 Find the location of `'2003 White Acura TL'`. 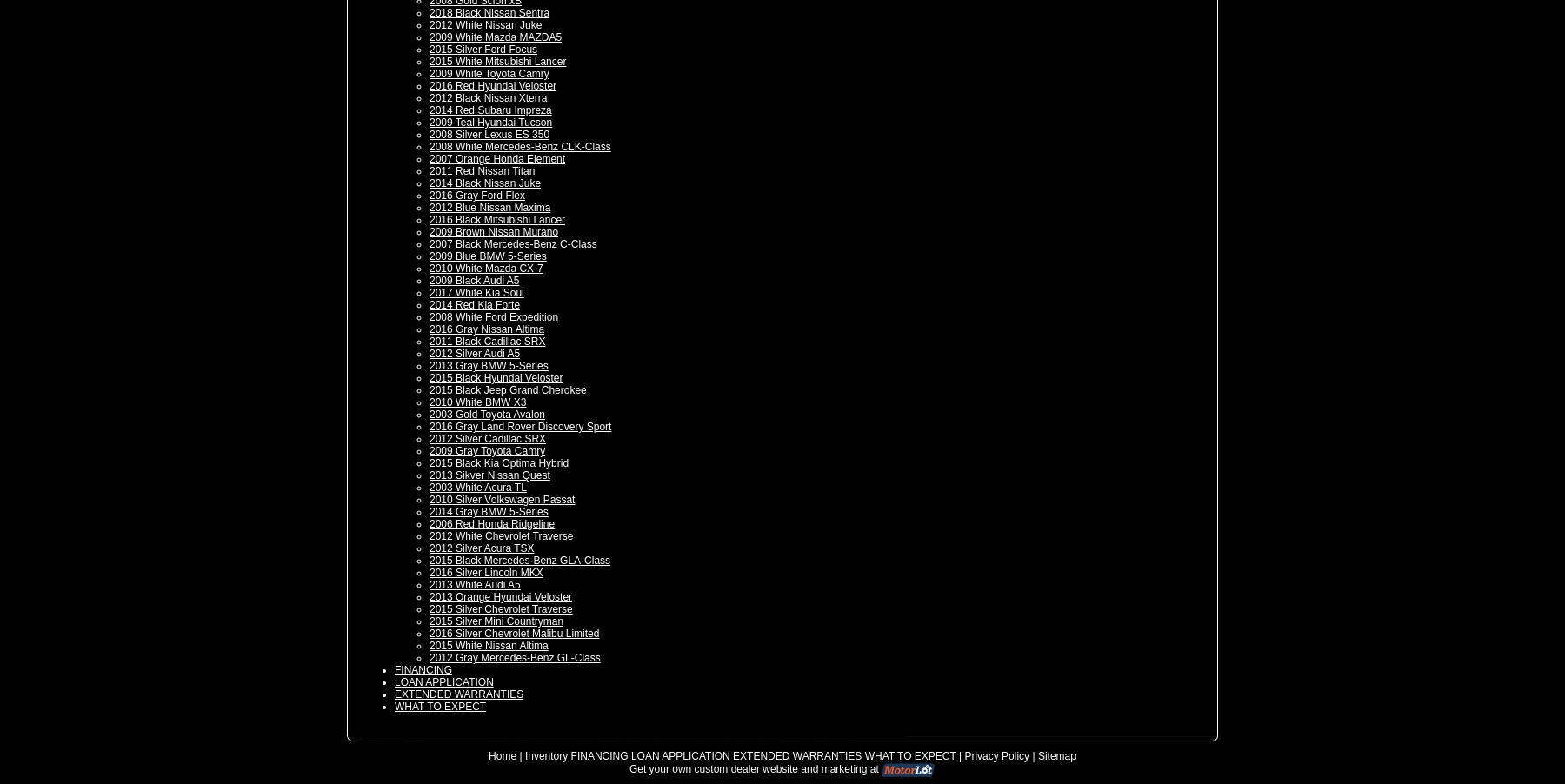

'2003 White Acura TL' is located at coordinates (476, 488).